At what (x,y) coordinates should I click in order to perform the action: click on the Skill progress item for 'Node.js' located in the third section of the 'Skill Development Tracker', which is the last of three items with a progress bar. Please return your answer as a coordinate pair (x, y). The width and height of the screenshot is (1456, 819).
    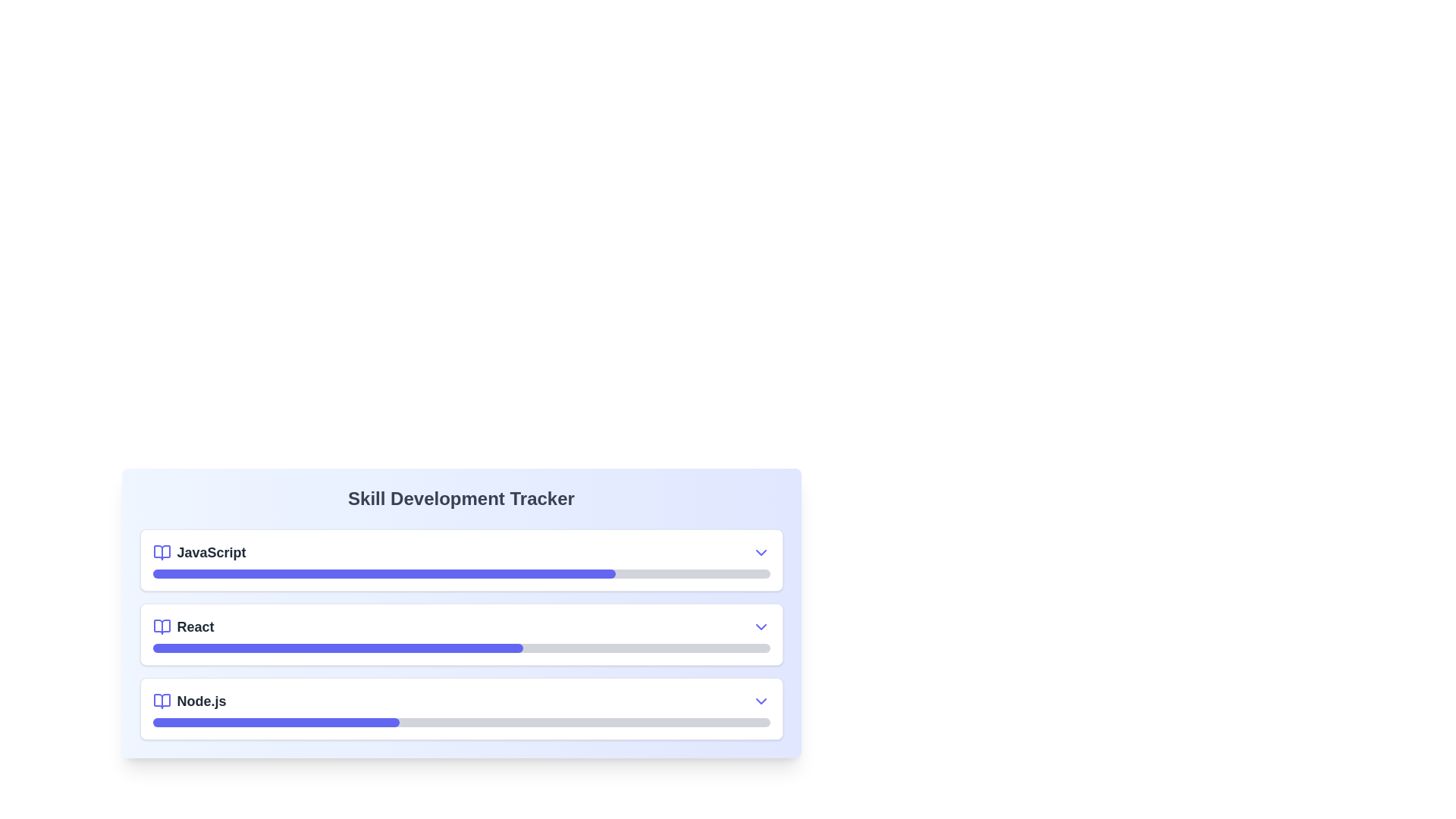
    Looking at the image, I should click on (460, 708).